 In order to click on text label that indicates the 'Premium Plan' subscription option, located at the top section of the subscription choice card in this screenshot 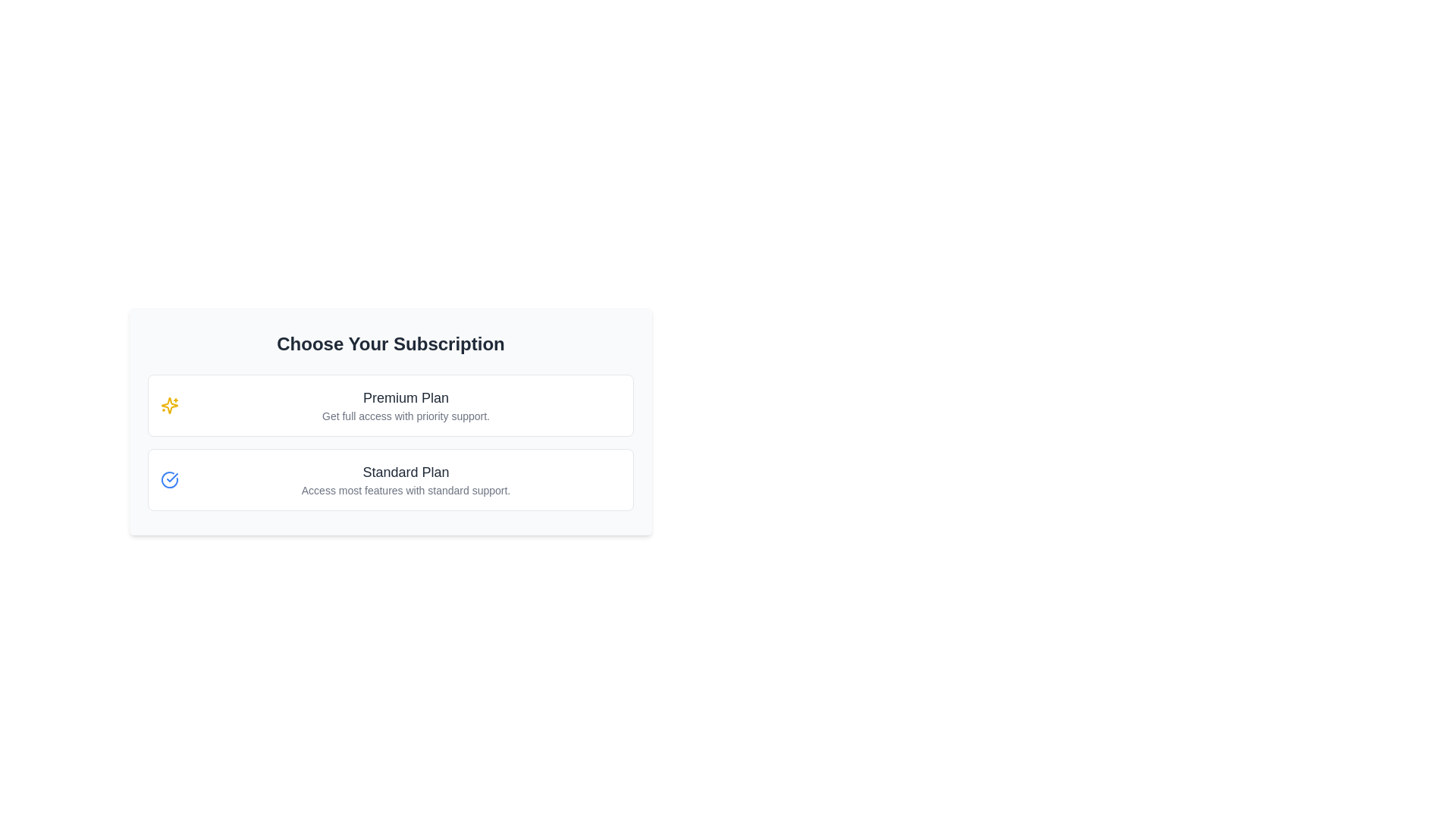, I will do `click(406, 397)`.